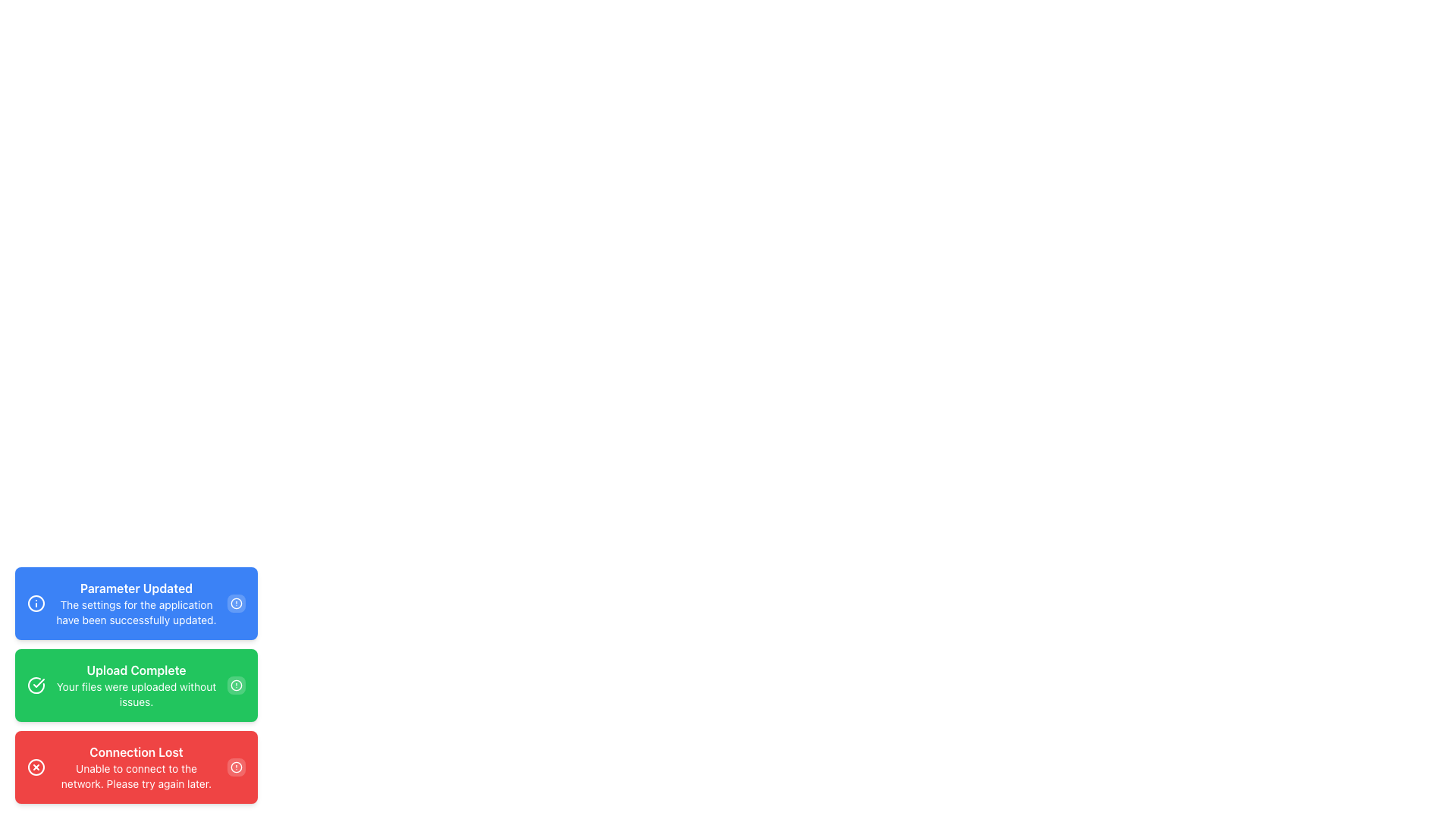  I want to click on the Icon button located at the far right of the 'Upload Complete' notification card, so click(236, 685).